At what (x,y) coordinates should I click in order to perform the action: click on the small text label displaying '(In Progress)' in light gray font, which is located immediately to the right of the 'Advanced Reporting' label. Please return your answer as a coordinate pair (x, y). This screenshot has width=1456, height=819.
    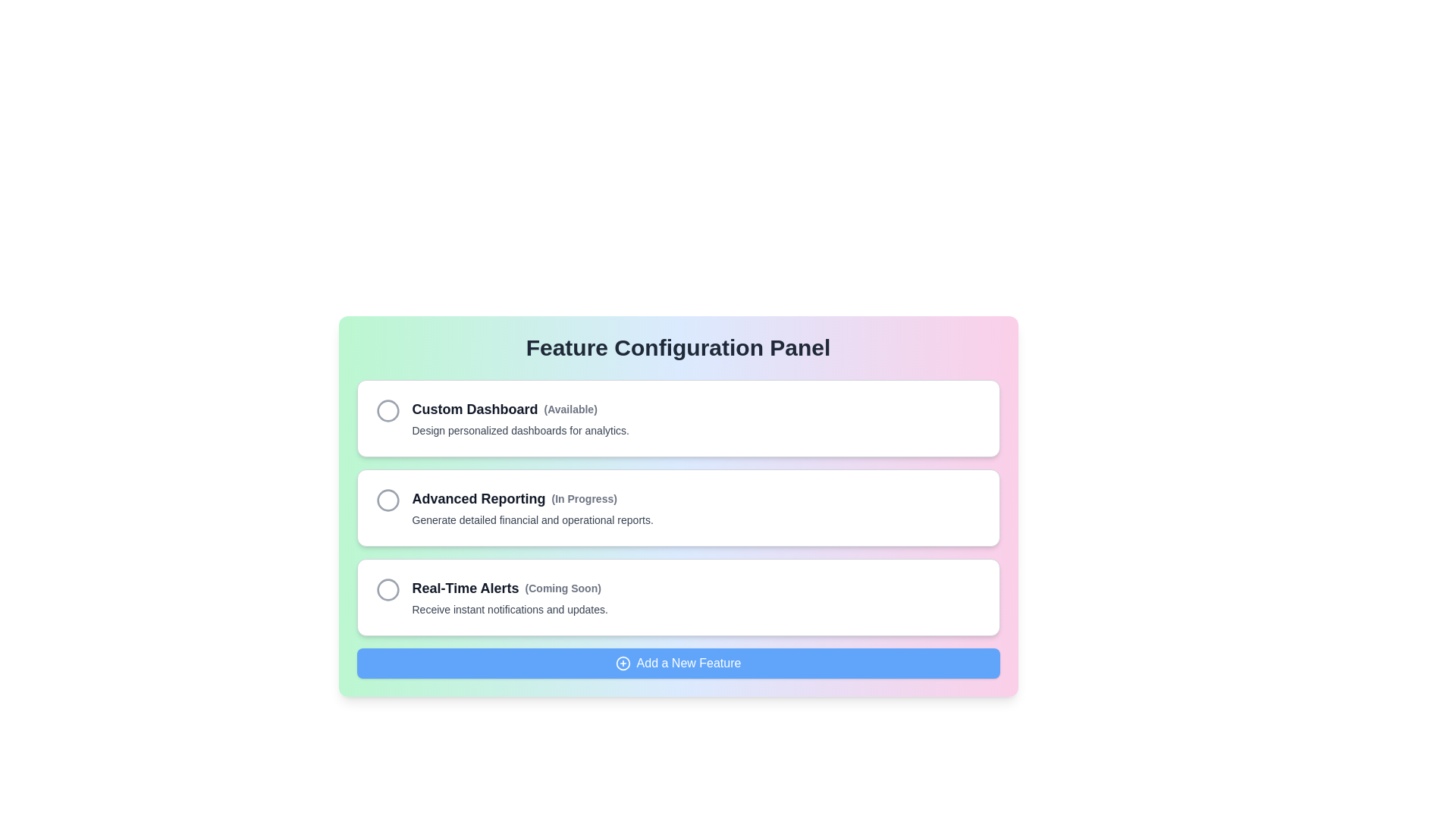
    Looking at the image, I should click on (583, 499).